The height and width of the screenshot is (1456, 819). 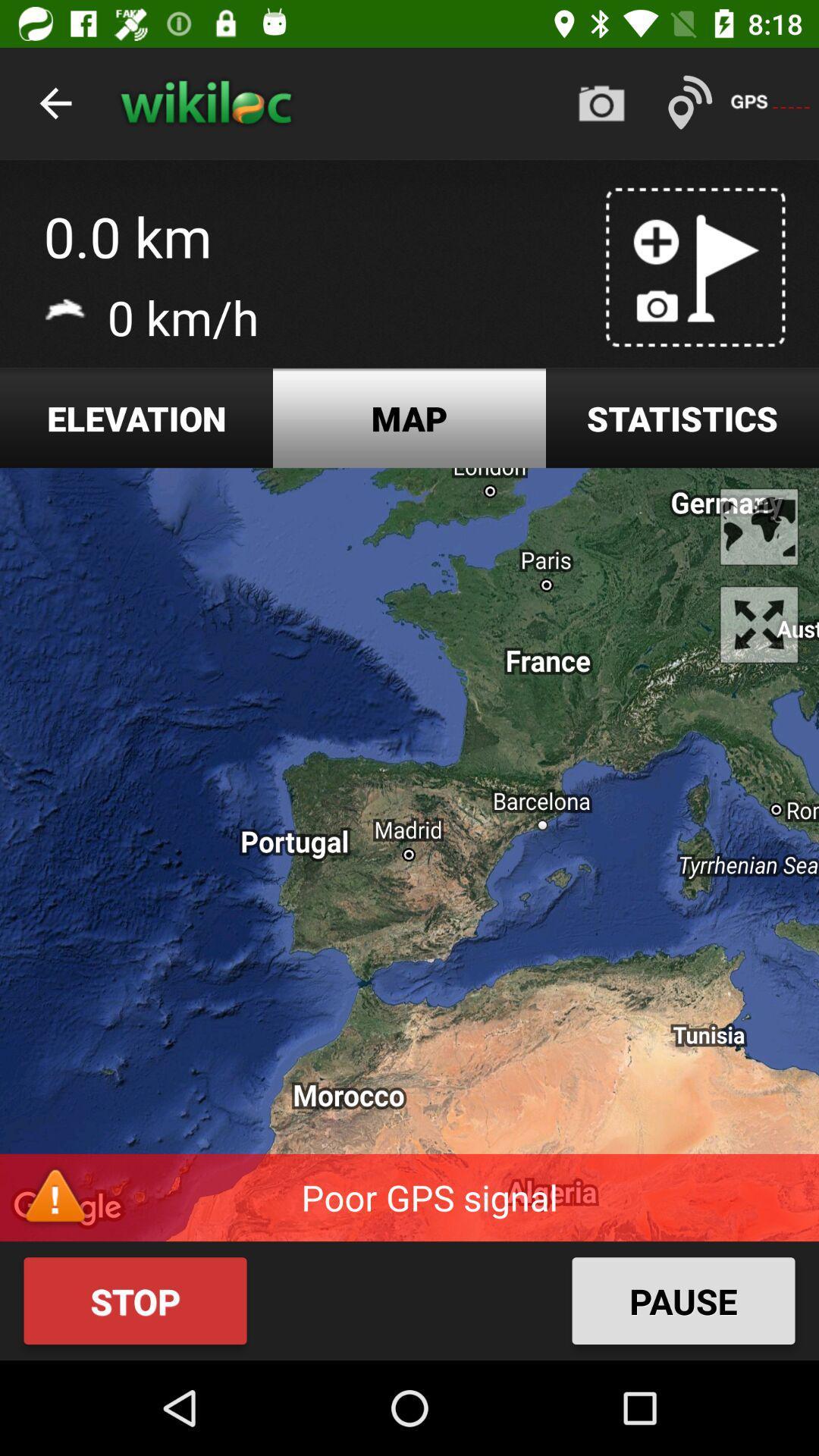 What do you see at coordinates (683, 1300) in the screenshot?
I see `item next to the stop icon` at bounding box center [683, 1300].